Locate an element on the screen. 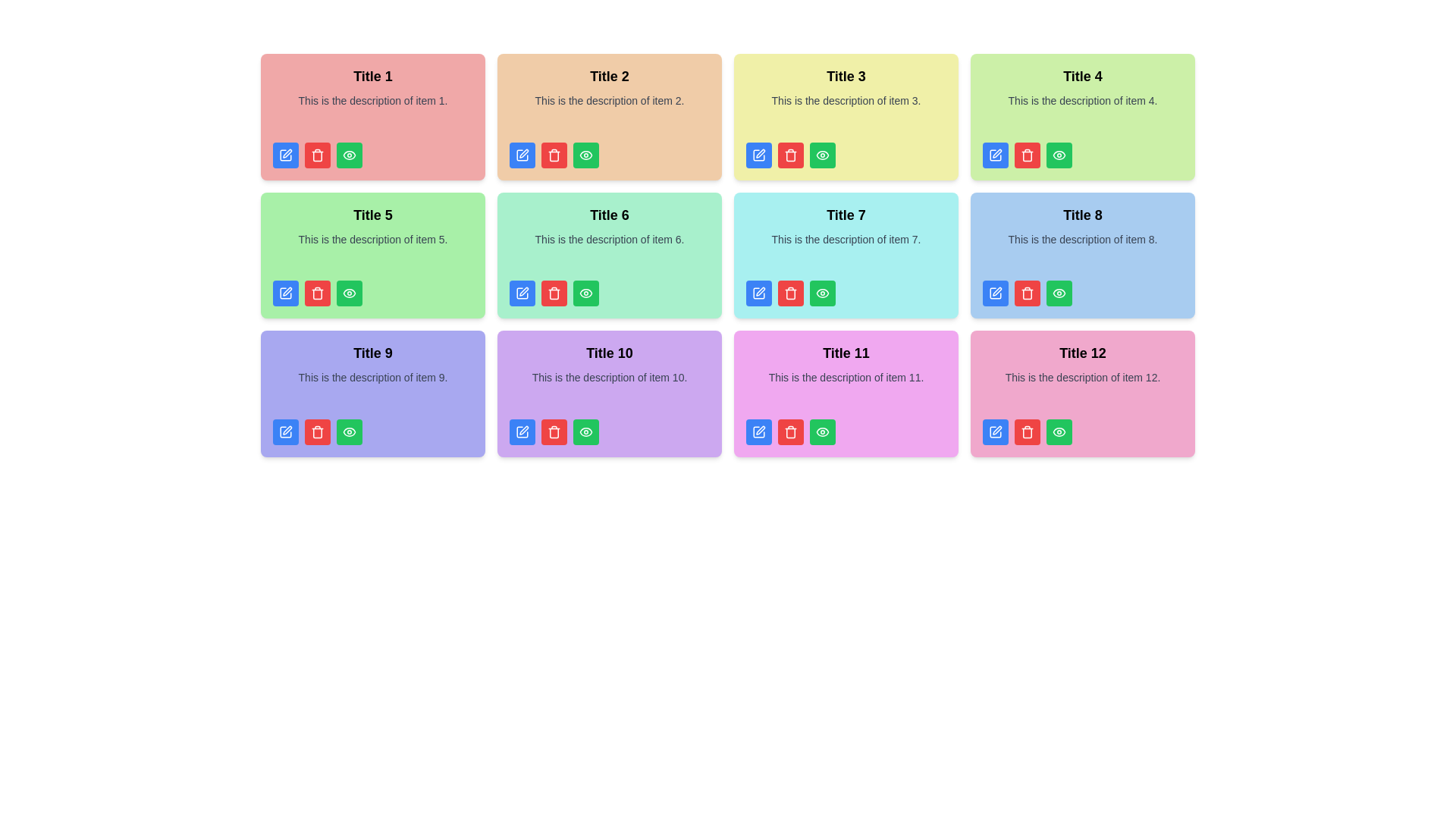 The image size is (1456, 819). the red rectangular button with a trash can icon, located below 'Title 8', to observe the hover effect is located at coordinates (1027, 431).